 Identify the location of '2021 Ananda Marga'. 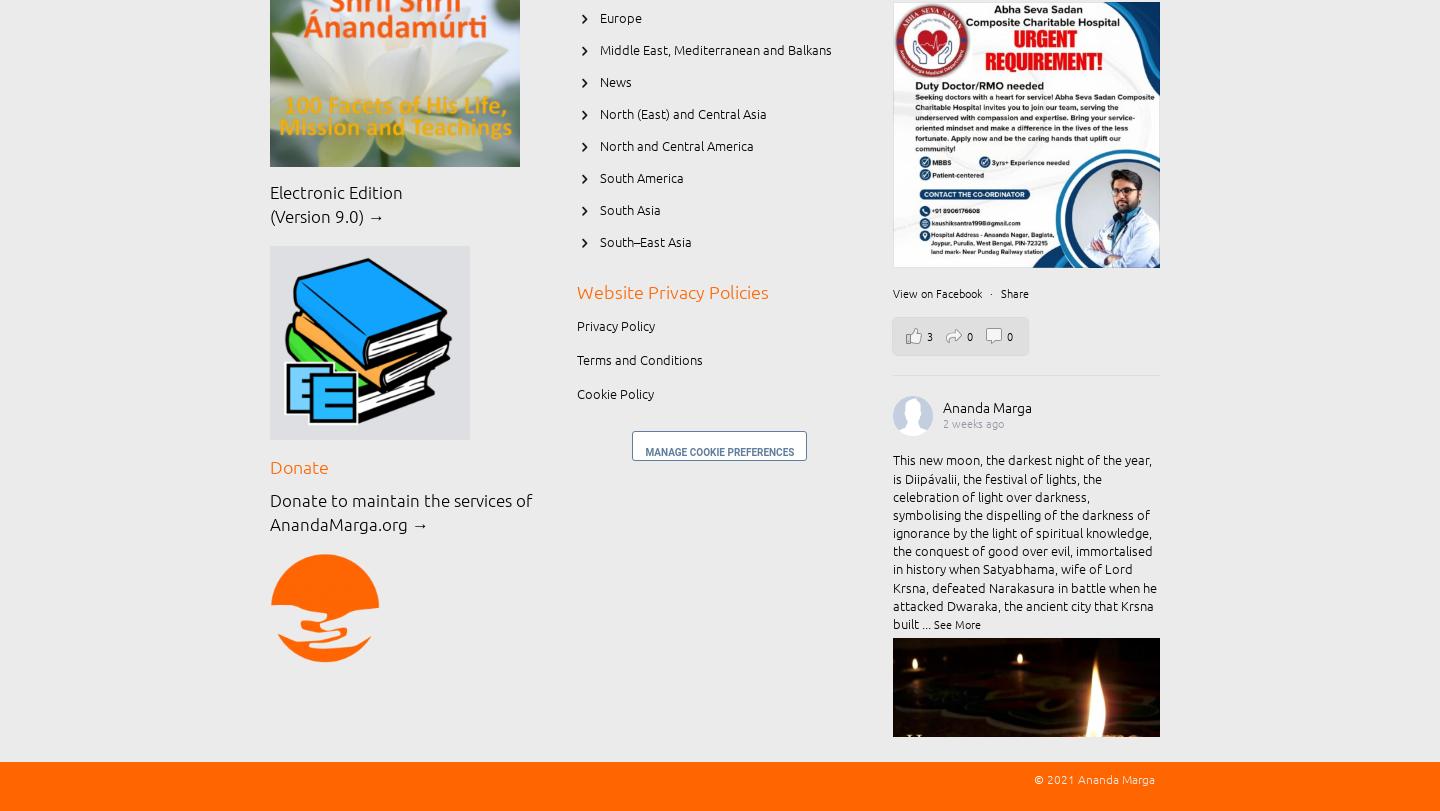
(1100, 779).